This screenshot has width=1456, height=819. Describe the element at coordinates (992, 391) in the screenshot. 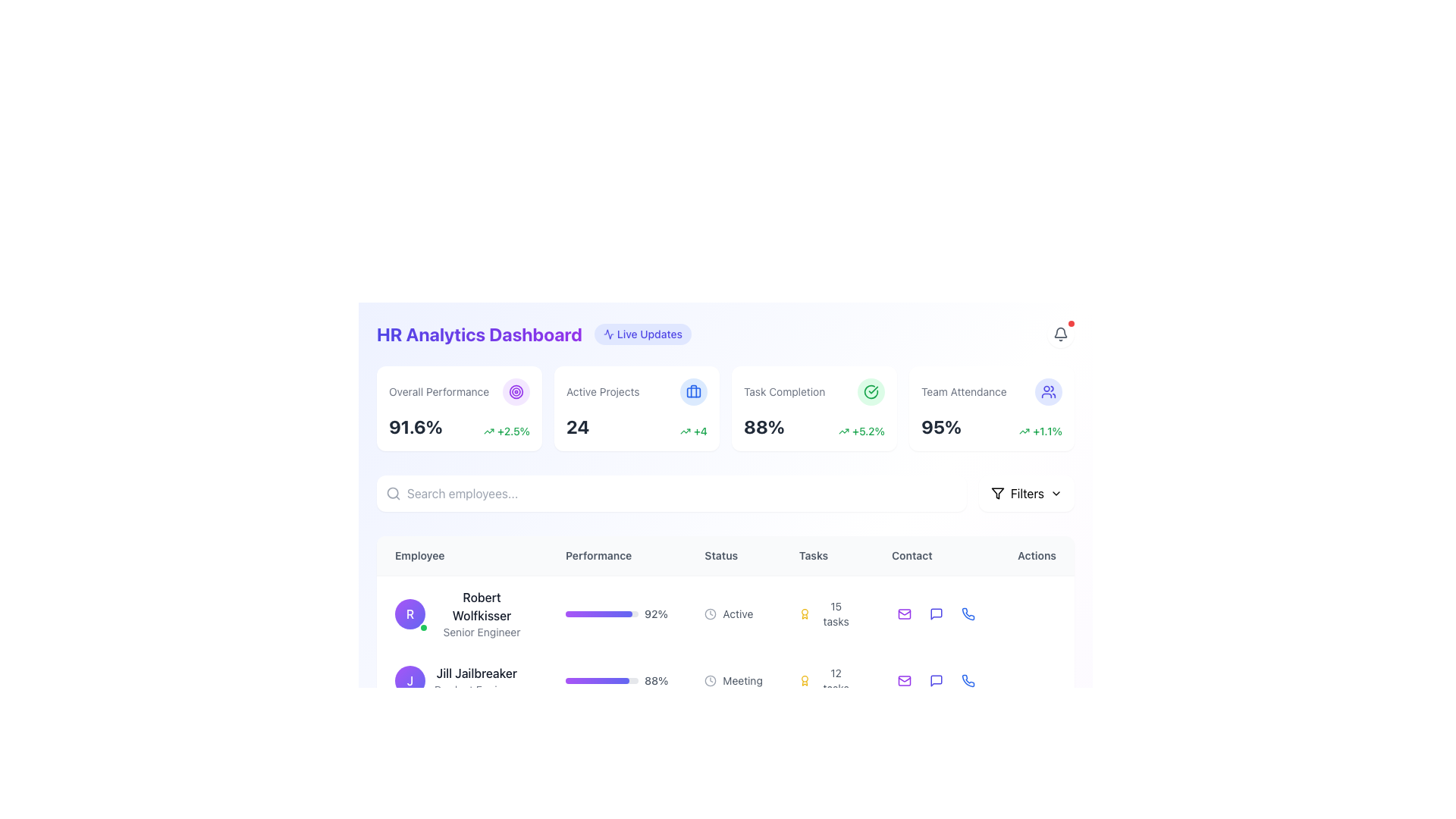

I see `the Text Label displaying 'Team Attendance' which is styled with a small gray font and located in the top-right corner of the dashboard, adjacent to '95%' and '+1.1%' statistics` at that location.